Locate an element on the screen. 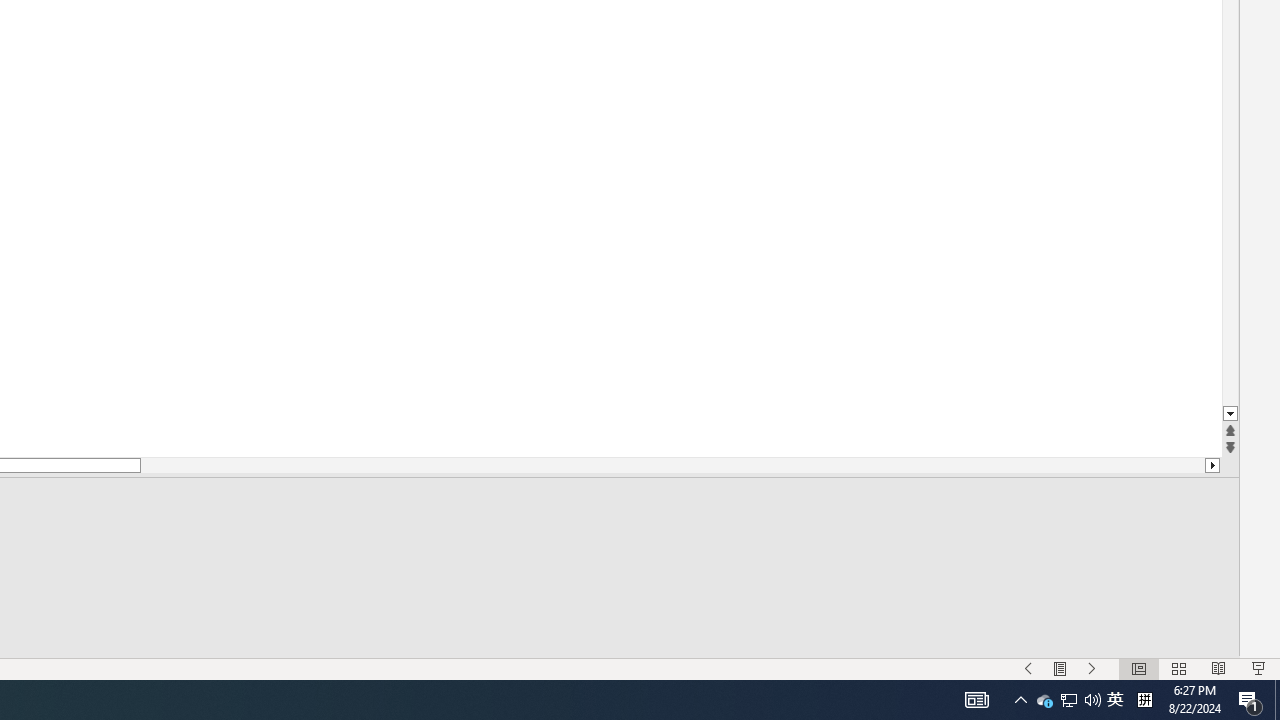 The image size is (1280, 720). 'Notification Chevron' is located at coordinates (1044, 698).